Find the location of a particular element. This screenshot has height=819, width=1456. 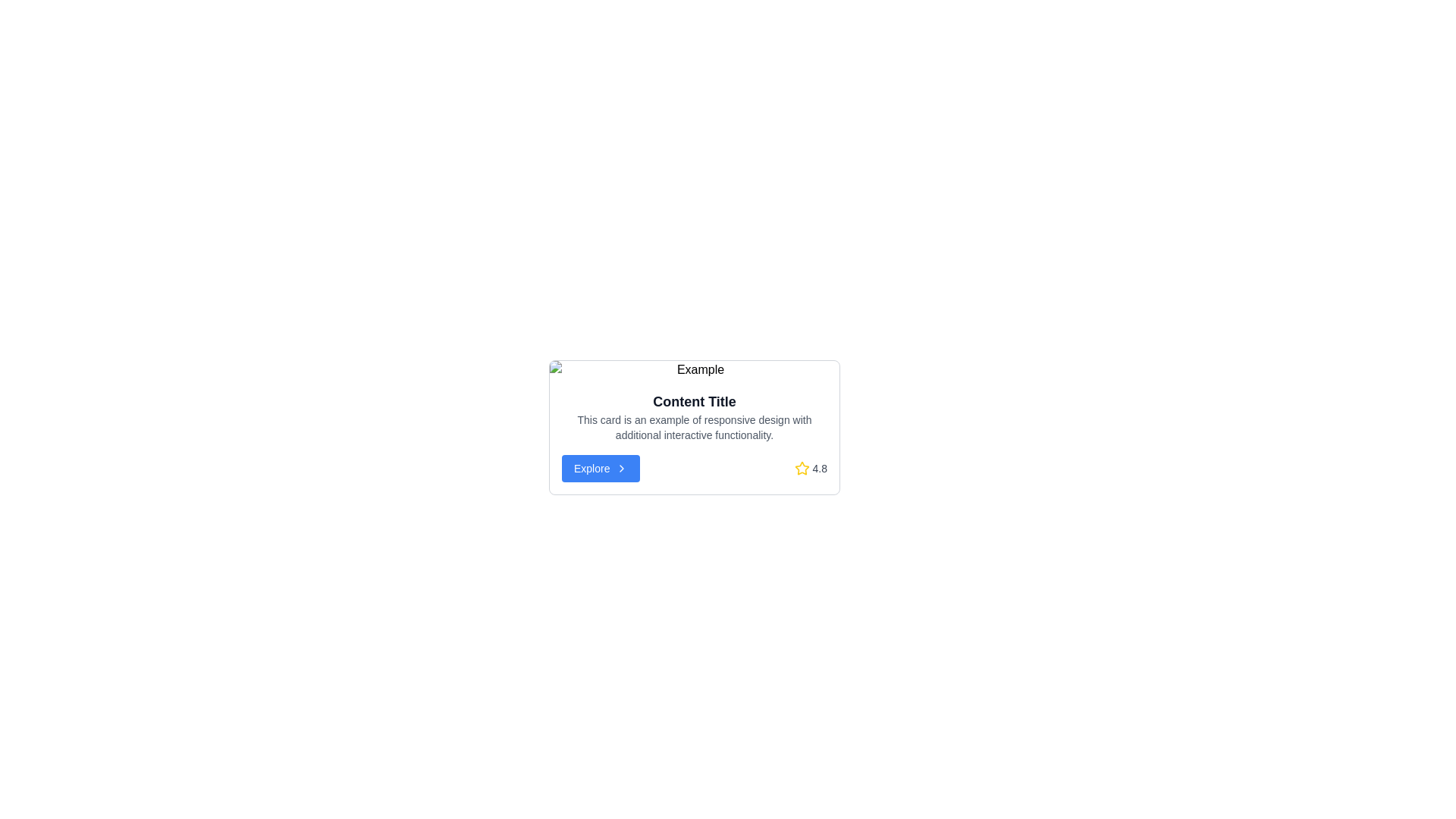

the text display component showing '4.8', which is styled in a small gray font and located near the bottom right of a card interface, adjacent to a yellow star icon is located at coordinates (819, 467).